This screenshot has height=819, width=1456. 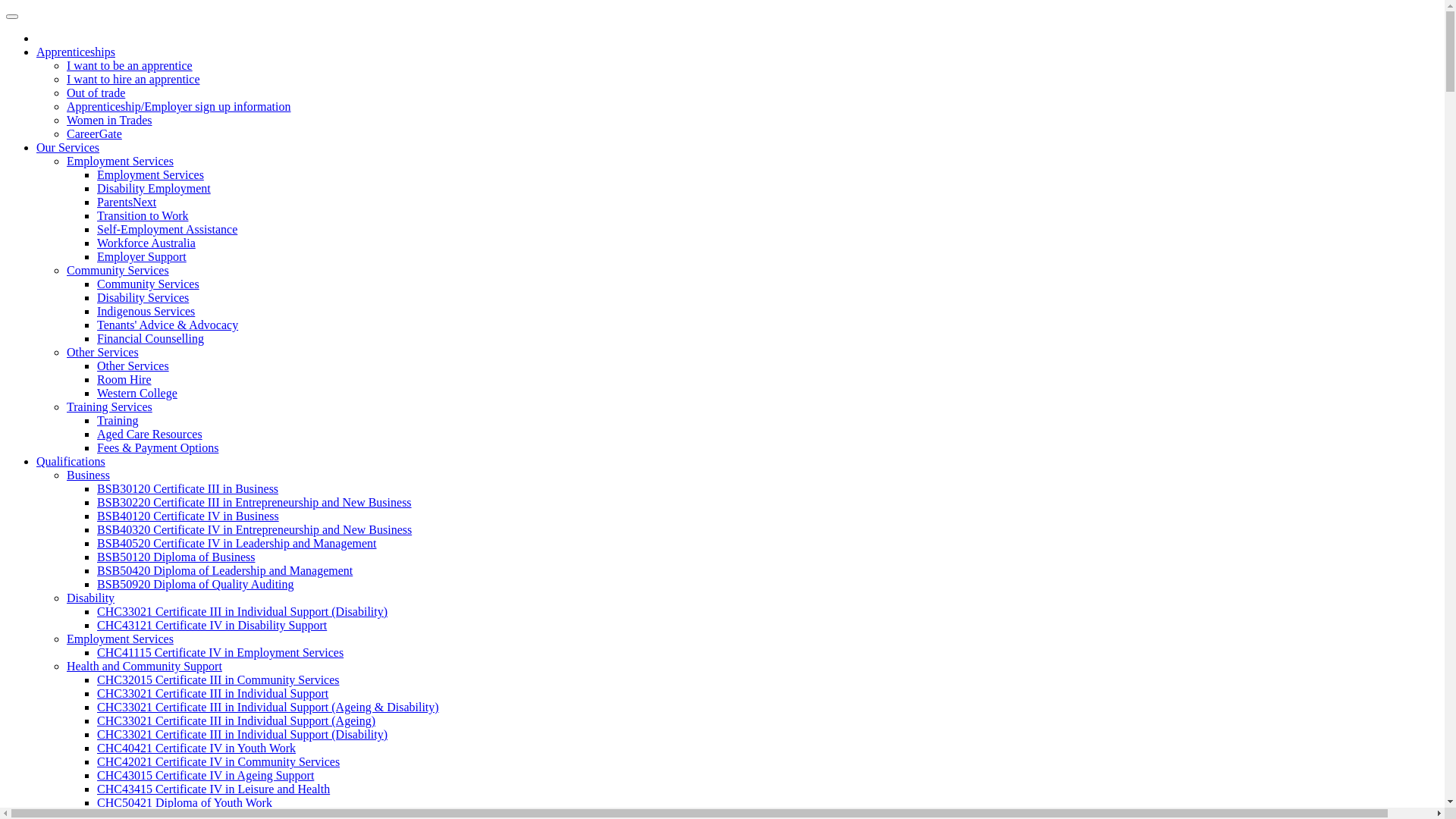 I want to click on 'Room Hire', so click(x=124, y=378).